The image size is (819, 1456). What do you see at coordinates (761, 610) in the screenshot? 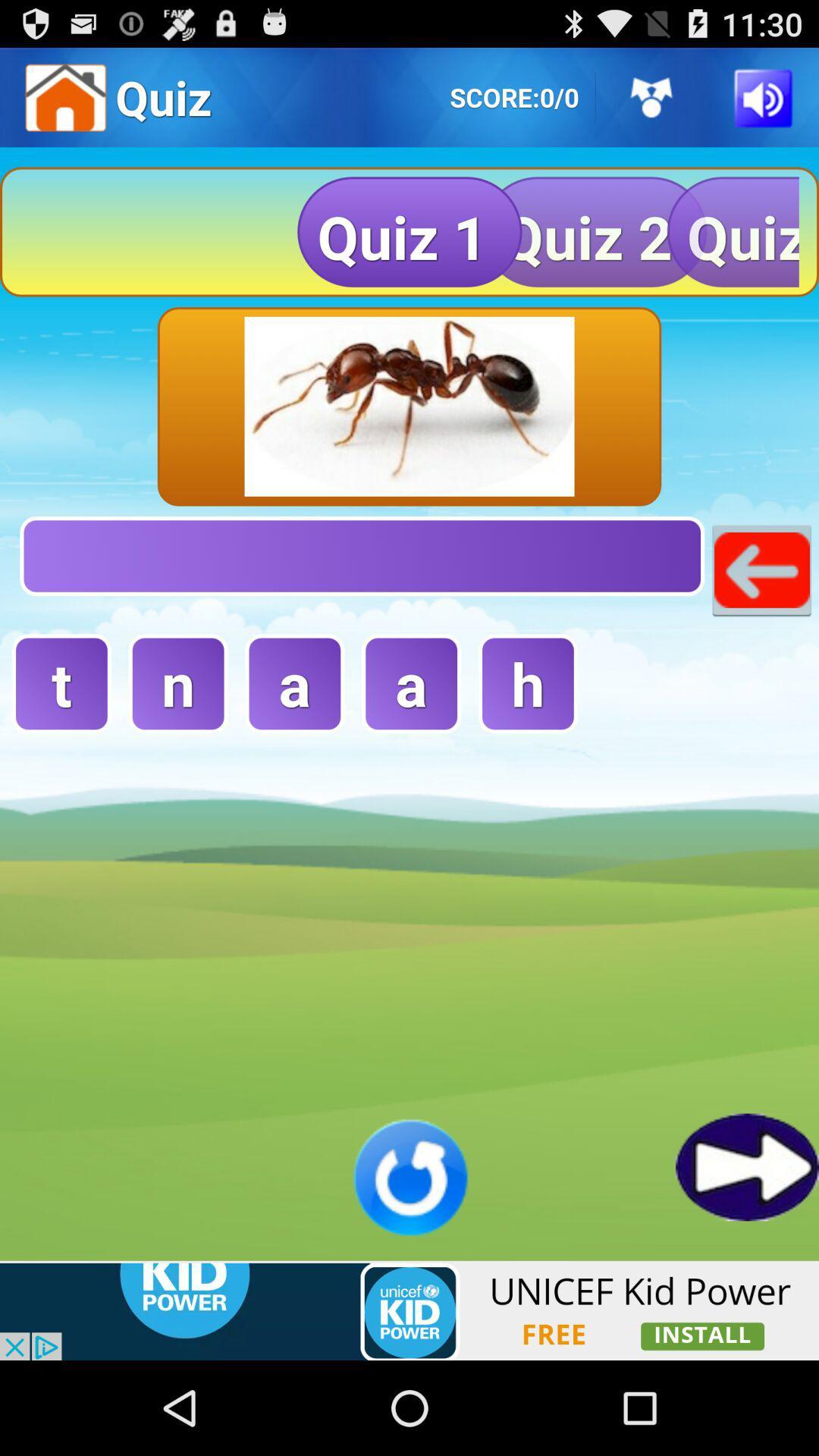
I see `the arrow_backward icon` at bounding box center [761, 610].